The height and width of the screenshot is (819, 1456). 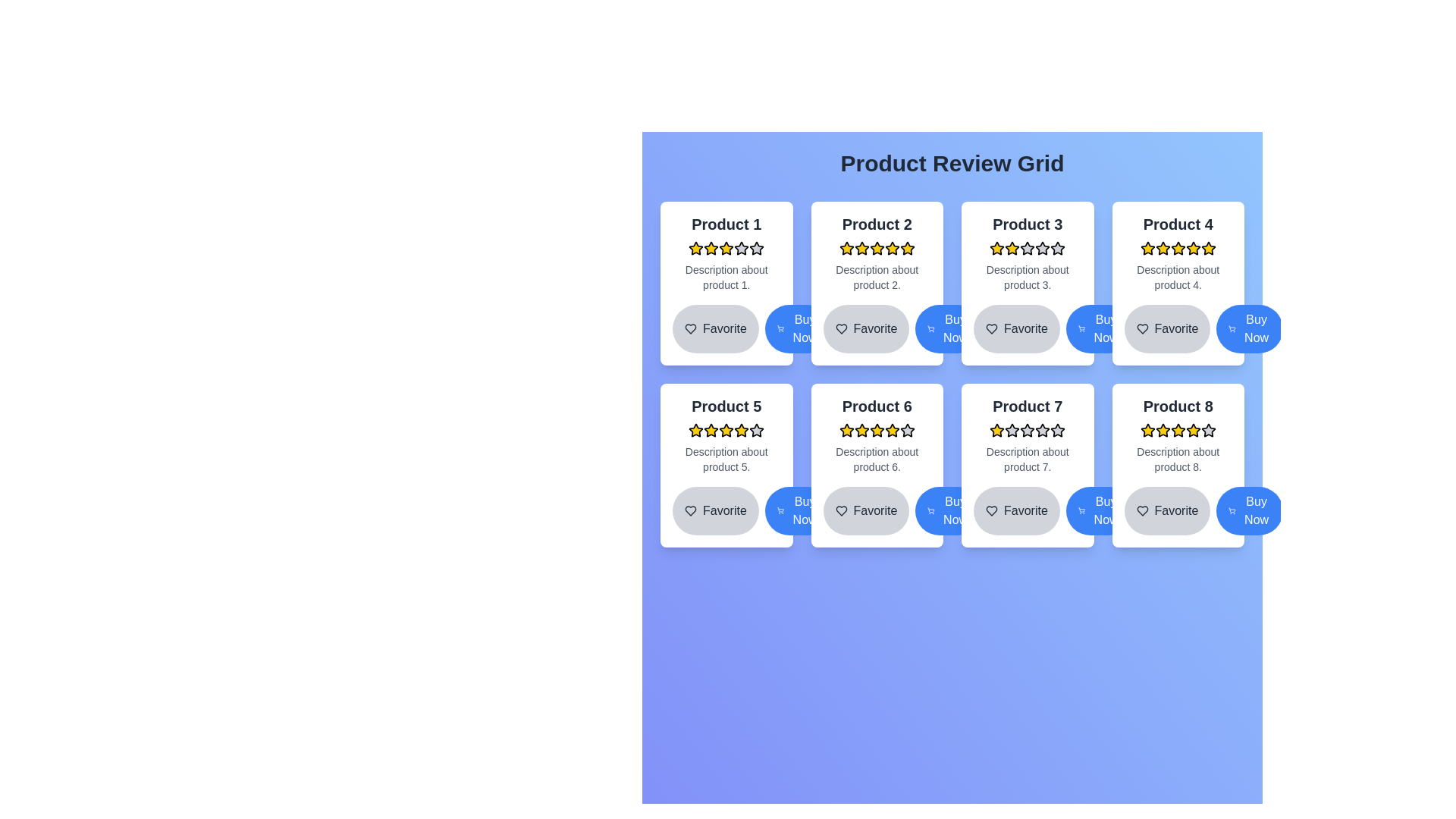 I want to click on the third yellow star icon with a black outline in the rating row of the second product card to interact with the rating system, so click(x=861, y=247).